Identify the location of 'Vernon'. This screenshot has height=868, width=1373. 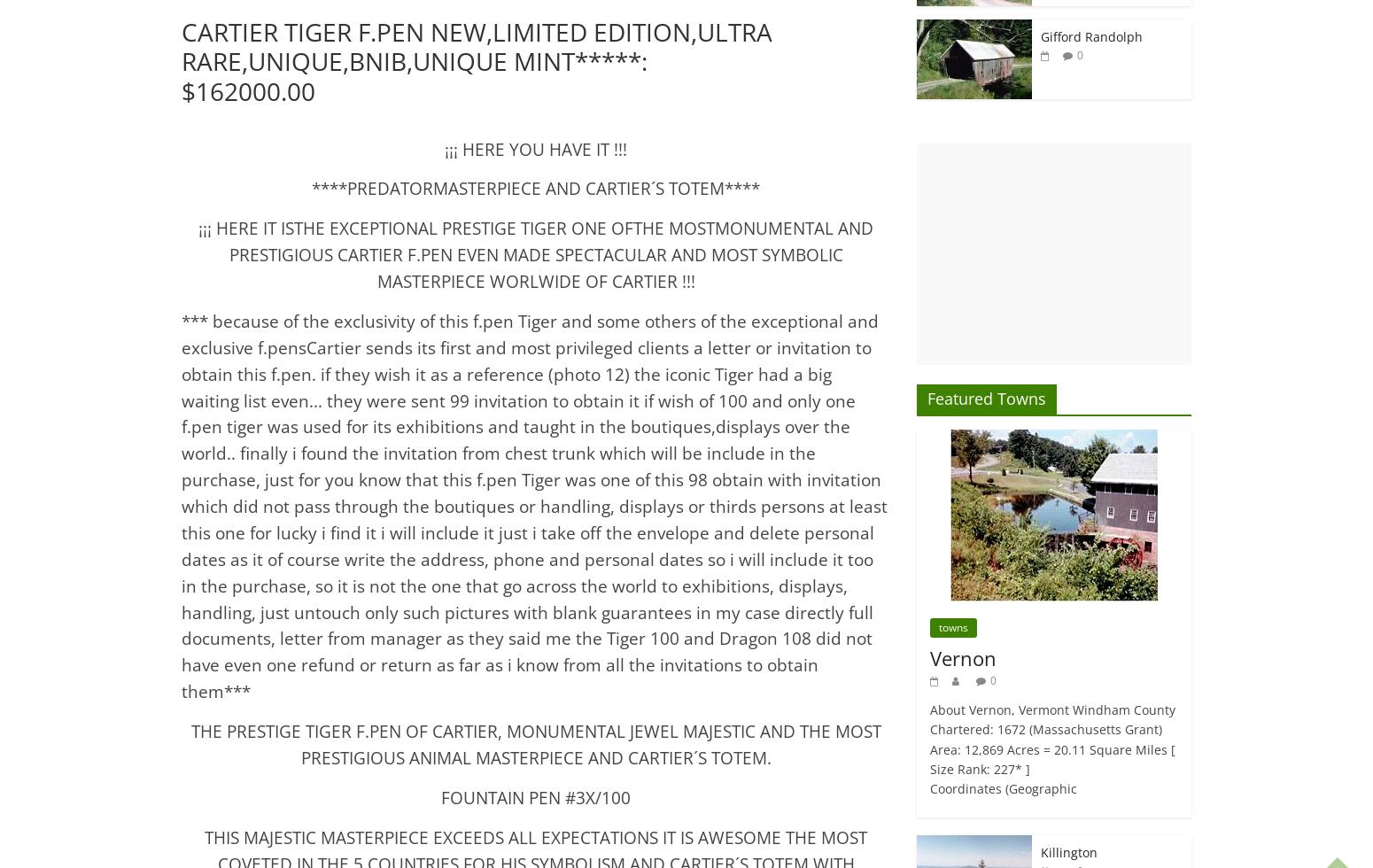
(962, 658).